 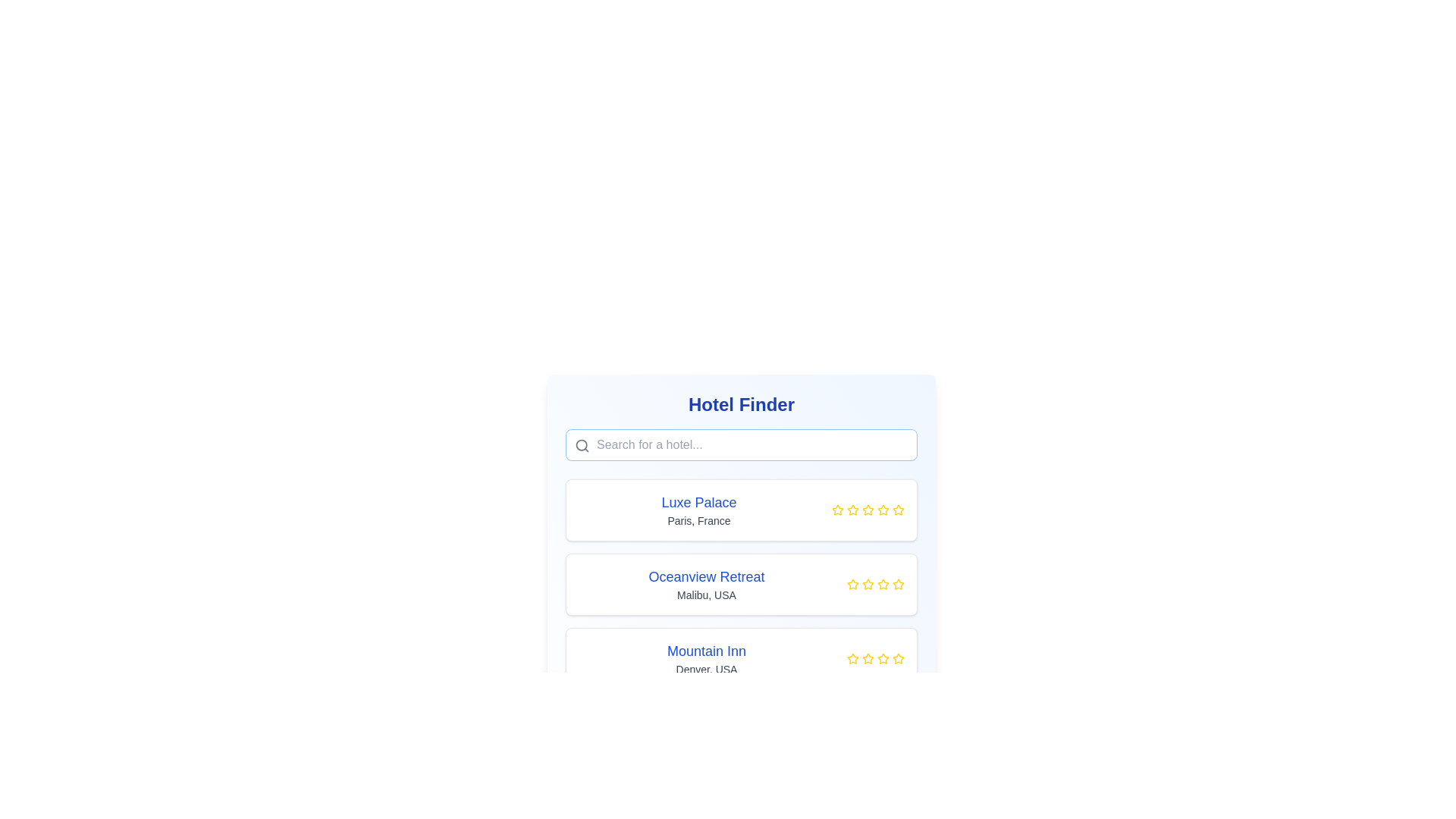 I want to click on the third star icon for rating, which has a yellow border and a transparent center, located to the right of the 'Oceanview Retreat' entry in the second row of the list, so click(x=899, y=583).